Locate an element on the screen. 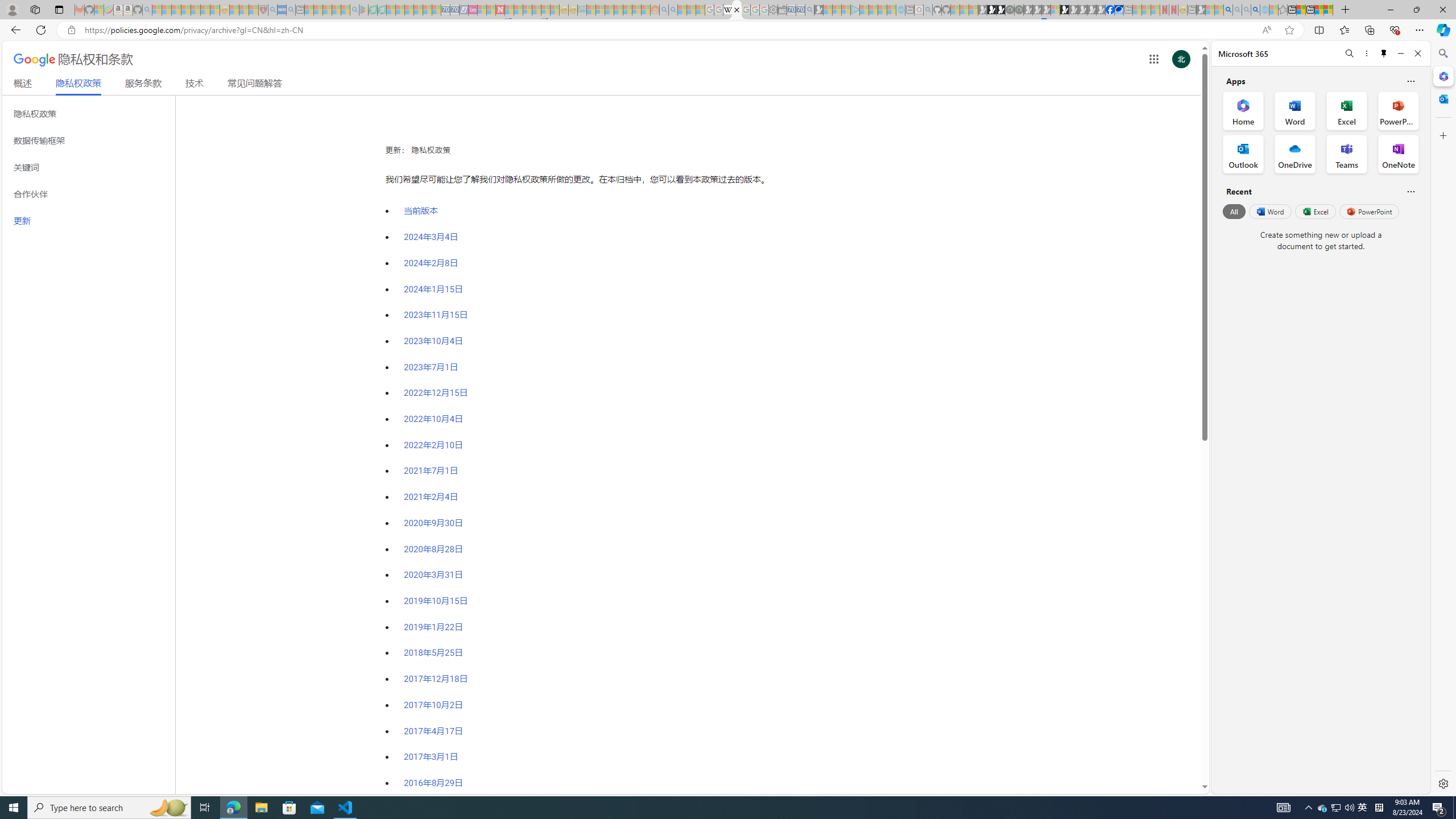 This screenshot has height=819, width=1456. 'Trusted Community Engagement and Contributions | Guidelines' is located at coordinates (508, 9).